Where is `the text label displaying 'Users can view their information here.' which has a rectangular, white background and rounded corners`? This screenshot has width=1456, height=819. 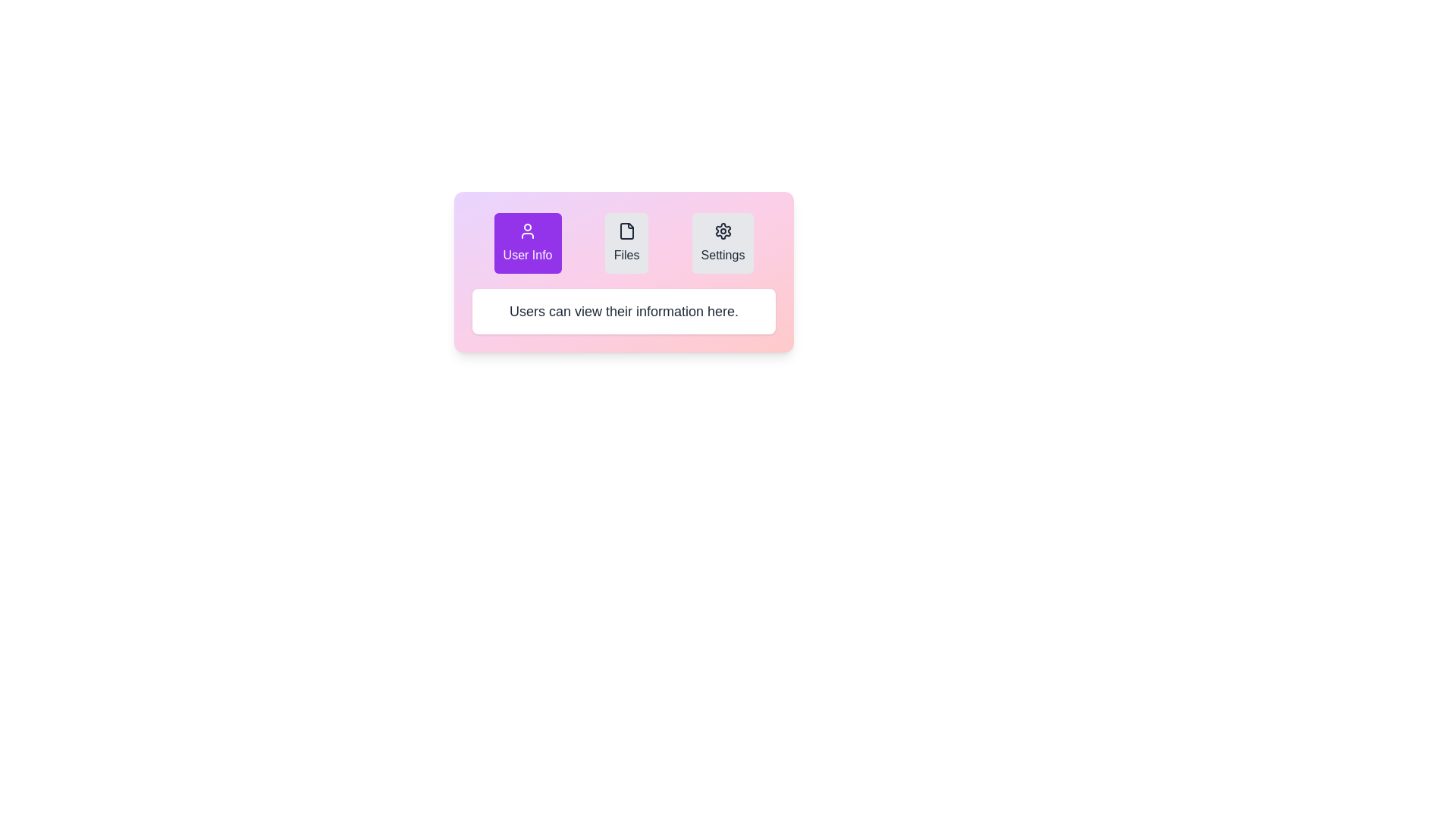 the text label displaying 'Users can view their information here.' which has a rectangular, white background and rounded corners is located at coordinates (623, 311).